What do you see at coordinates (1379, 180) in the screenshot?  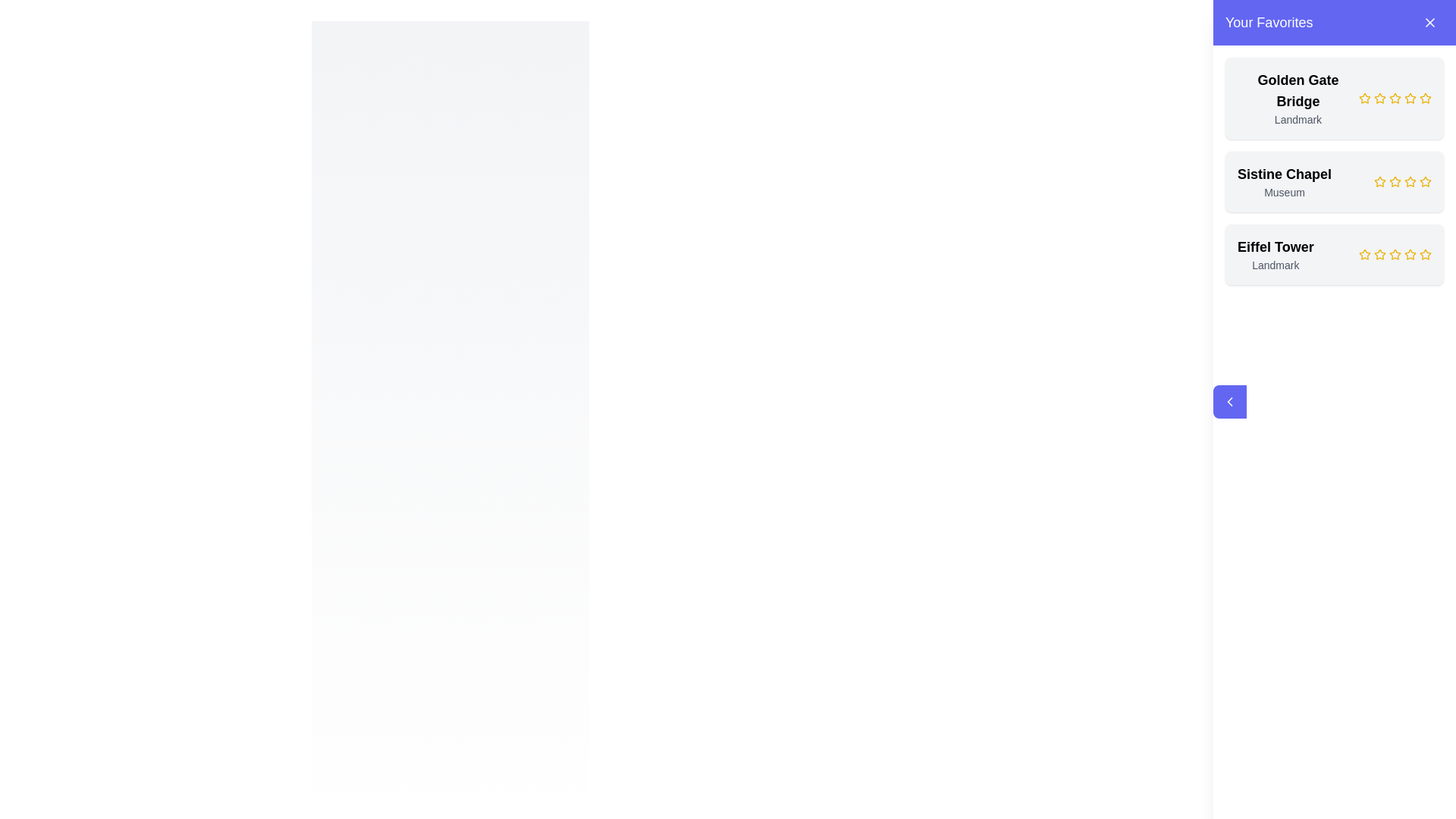 I see `from the first star icon in the rating system` at bounding box center [1379, 180].